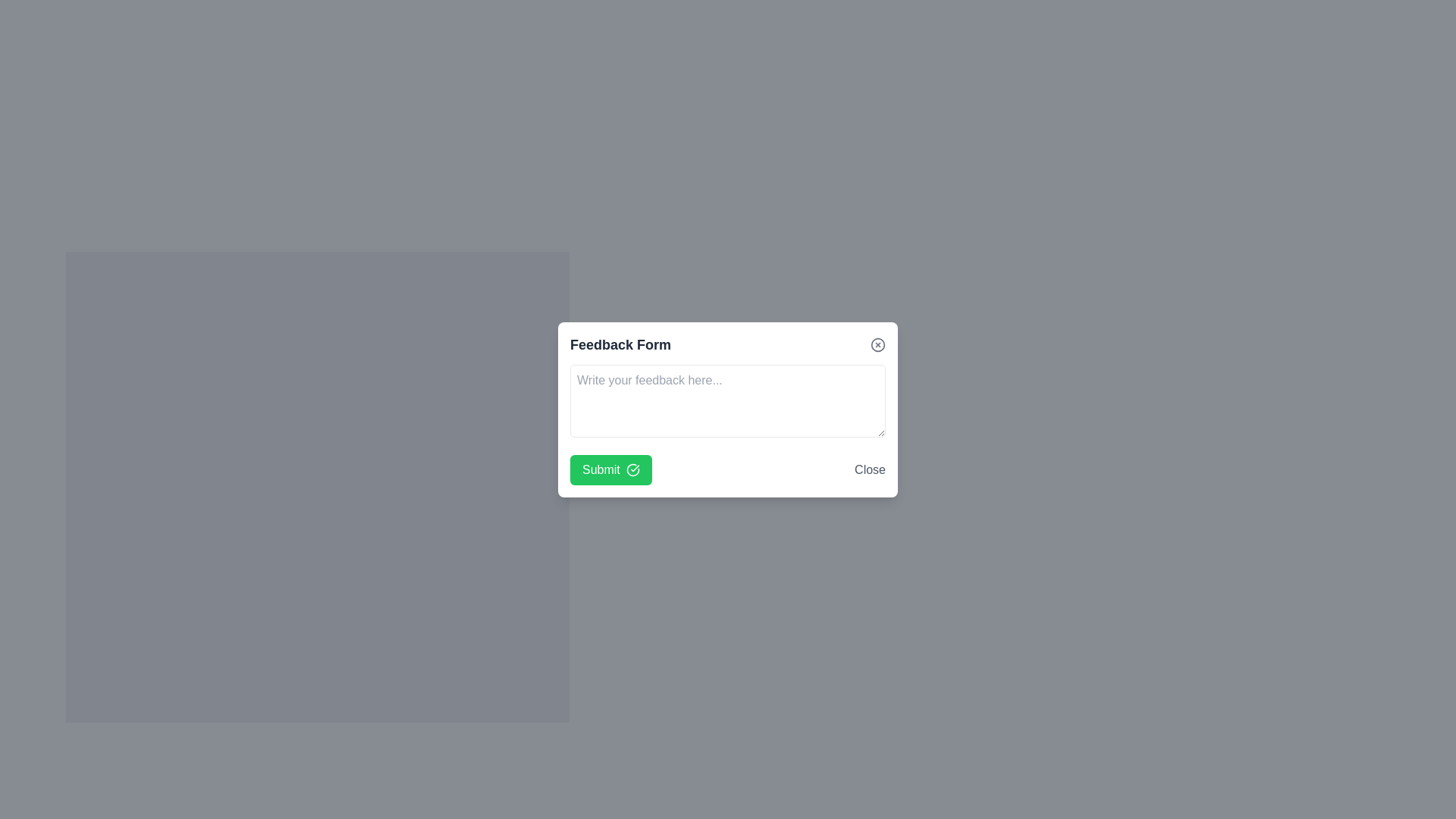  I want to click on the 'Submit' button to submit the feedback, so click(611, 469).